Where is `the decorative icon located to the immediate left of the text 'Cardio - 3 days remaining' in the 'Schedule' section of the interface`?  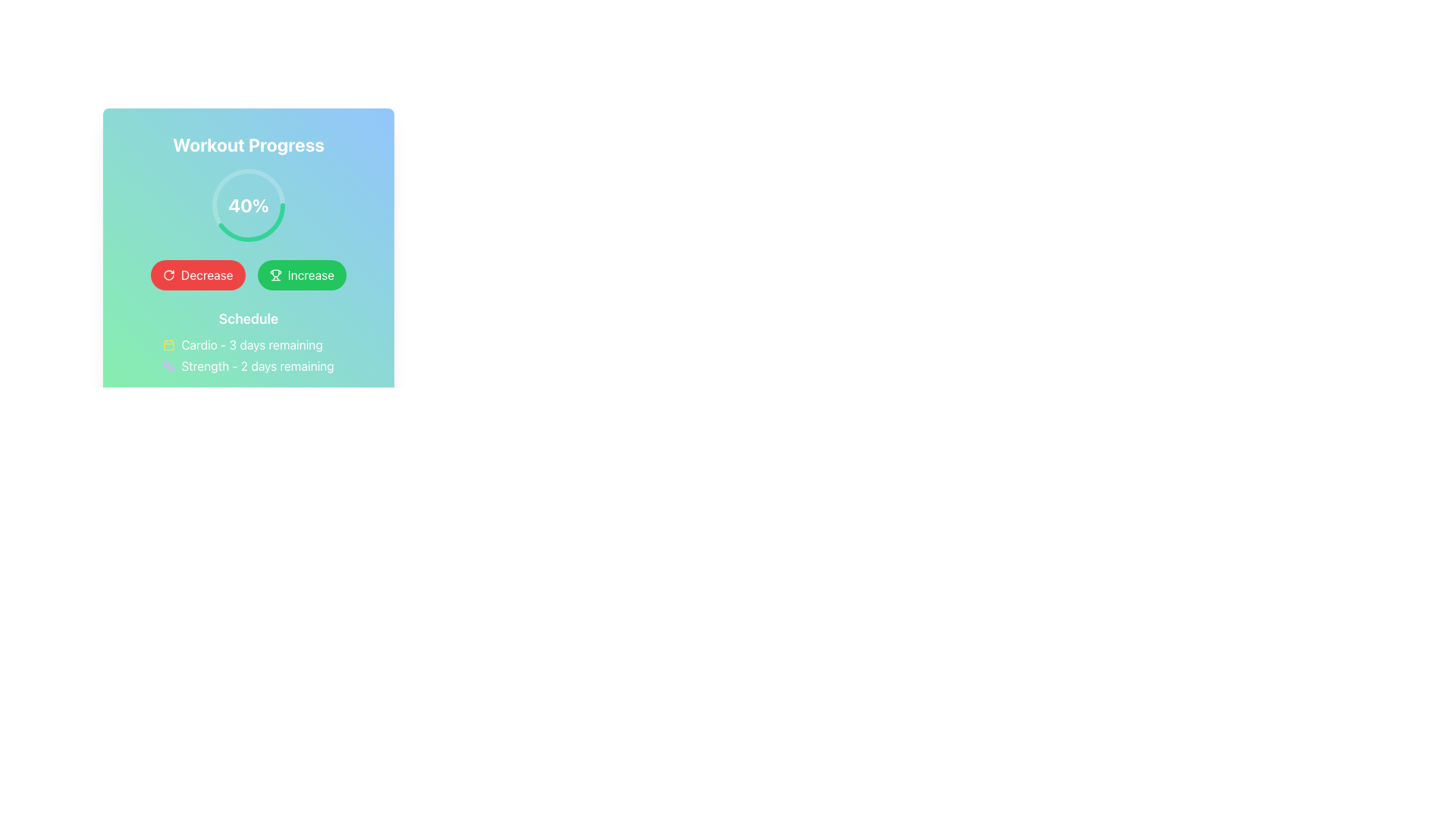 the decorative icon located to the immediate left of the text 'Cardio - 3 days remaining' in the 'Schedule' section of the interface is located at coordinates (169, 345).